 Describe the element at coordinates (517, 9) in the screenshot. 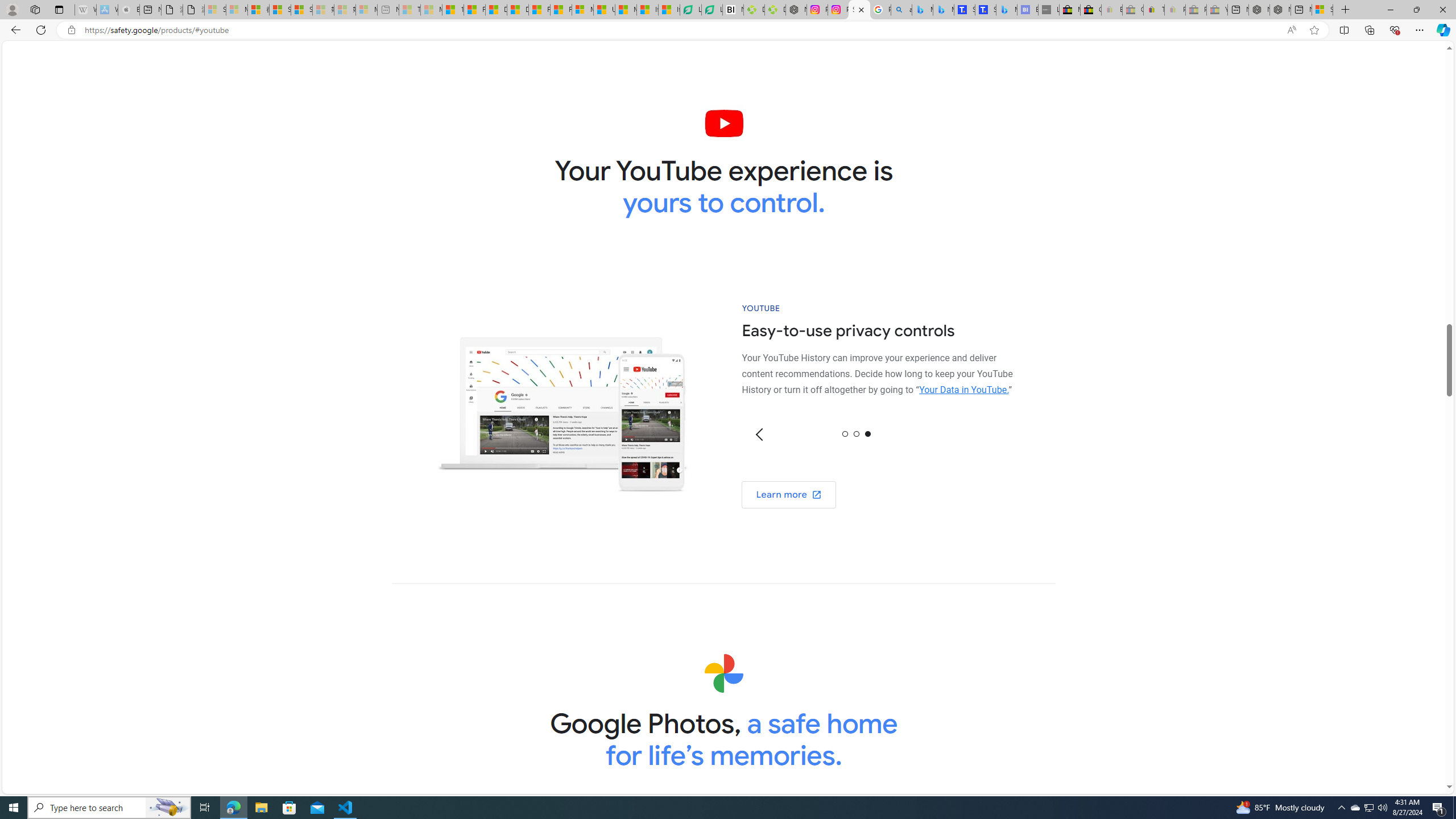

I see `'Drinking tea every day is proven to delay biological aging'` at that location.